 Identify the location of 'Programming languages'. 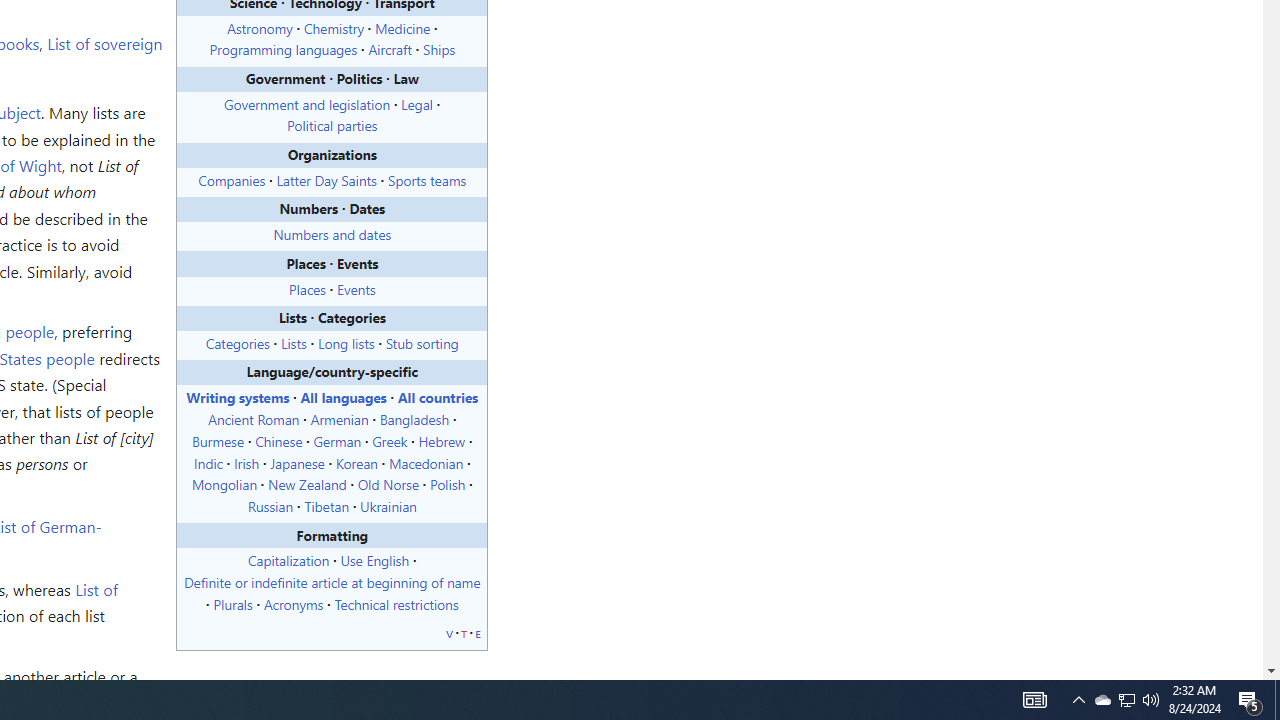
(281, 48).